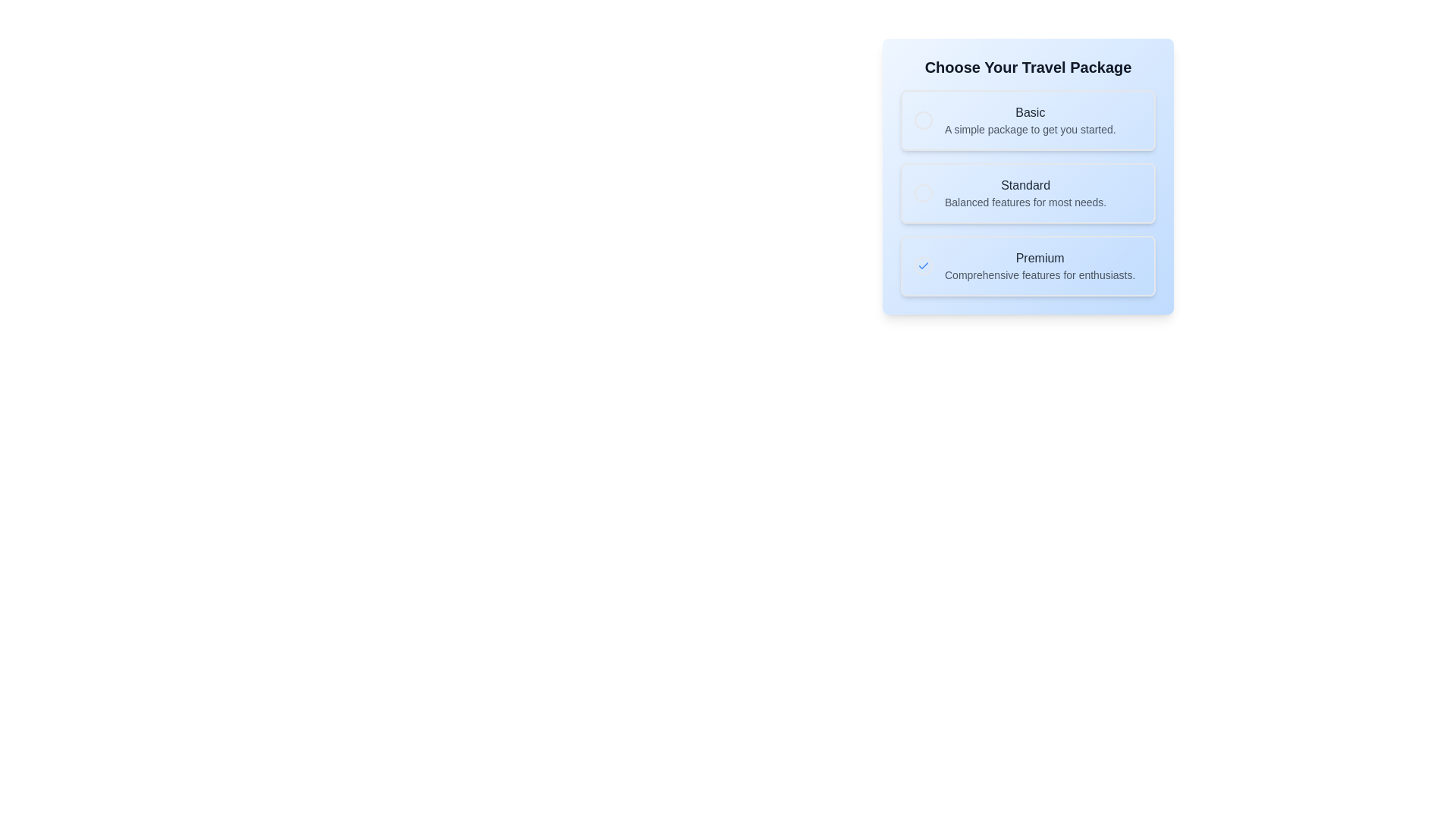 This screenshot has height=819, width=1456. Describe the element at coordinates (1028, 119) in the screenshot. I see `the radio button for the 'Basic' travel package, which is the first selectable option under 'Choose Your Travel Package'` at that location.